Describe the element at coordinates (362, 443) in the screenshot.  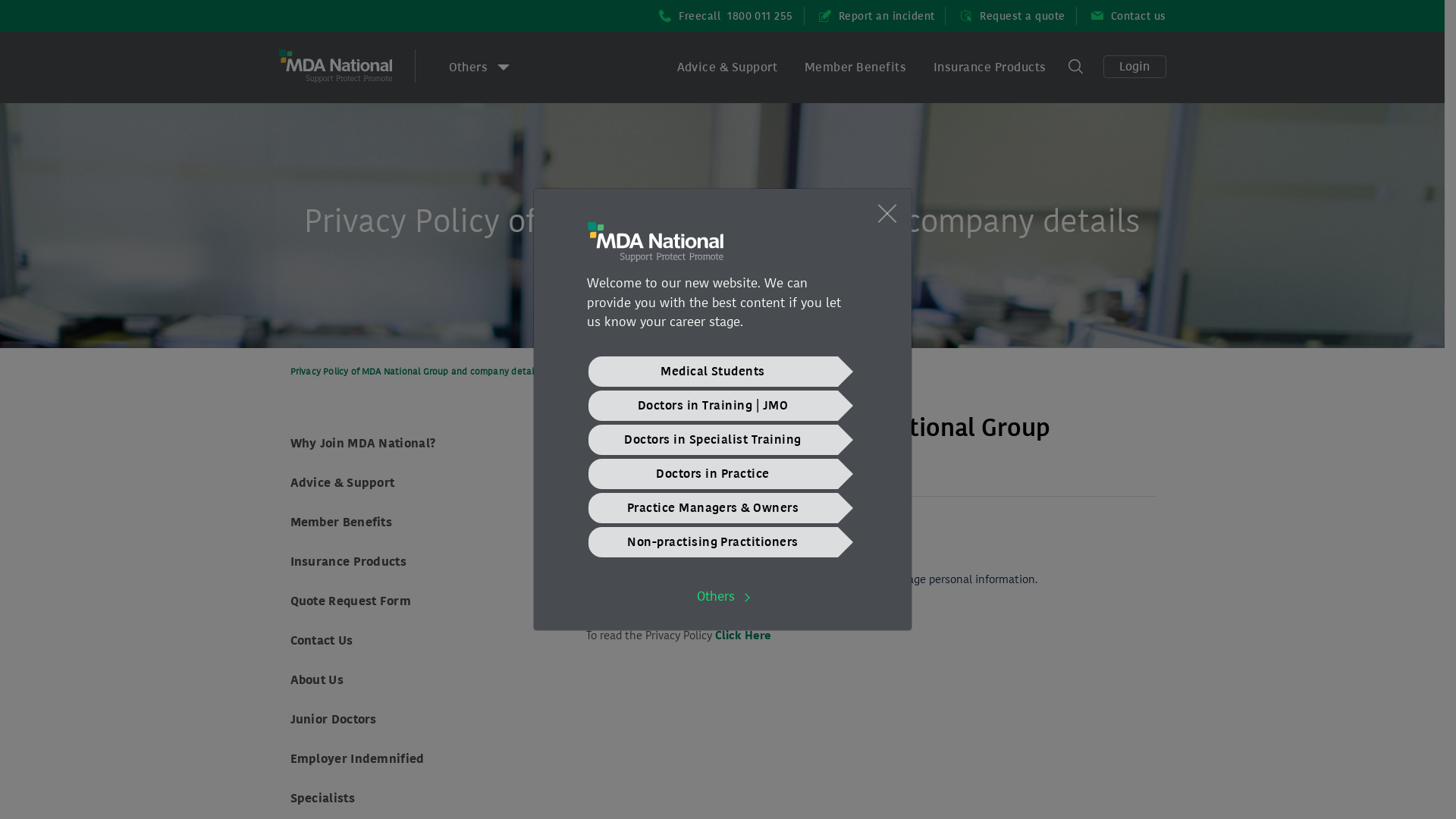
I see `'Why Join MDA National?'` at that location.